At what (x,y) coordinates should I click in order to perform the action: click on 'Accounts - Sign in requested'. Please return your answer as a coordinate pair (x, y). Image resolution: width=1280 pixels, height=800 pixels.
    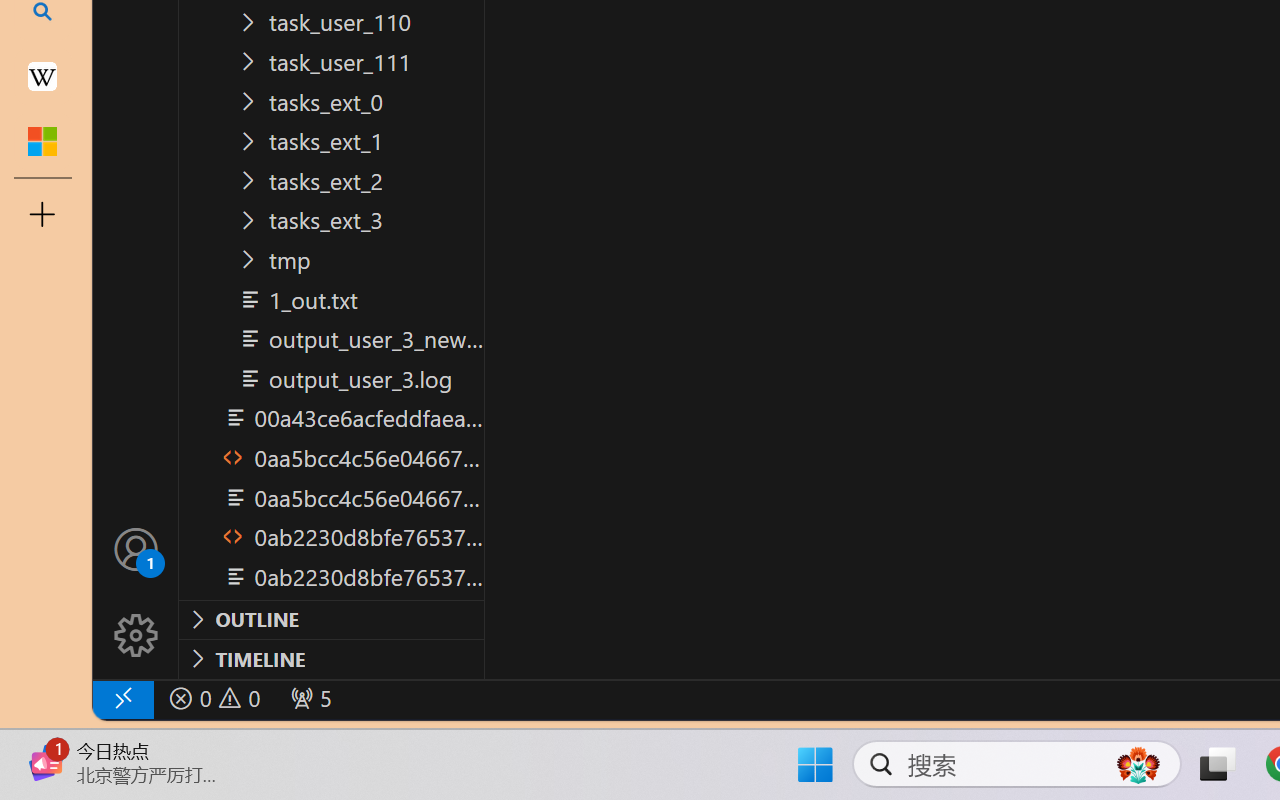
    Looking at the image, I should click on (134, 548).